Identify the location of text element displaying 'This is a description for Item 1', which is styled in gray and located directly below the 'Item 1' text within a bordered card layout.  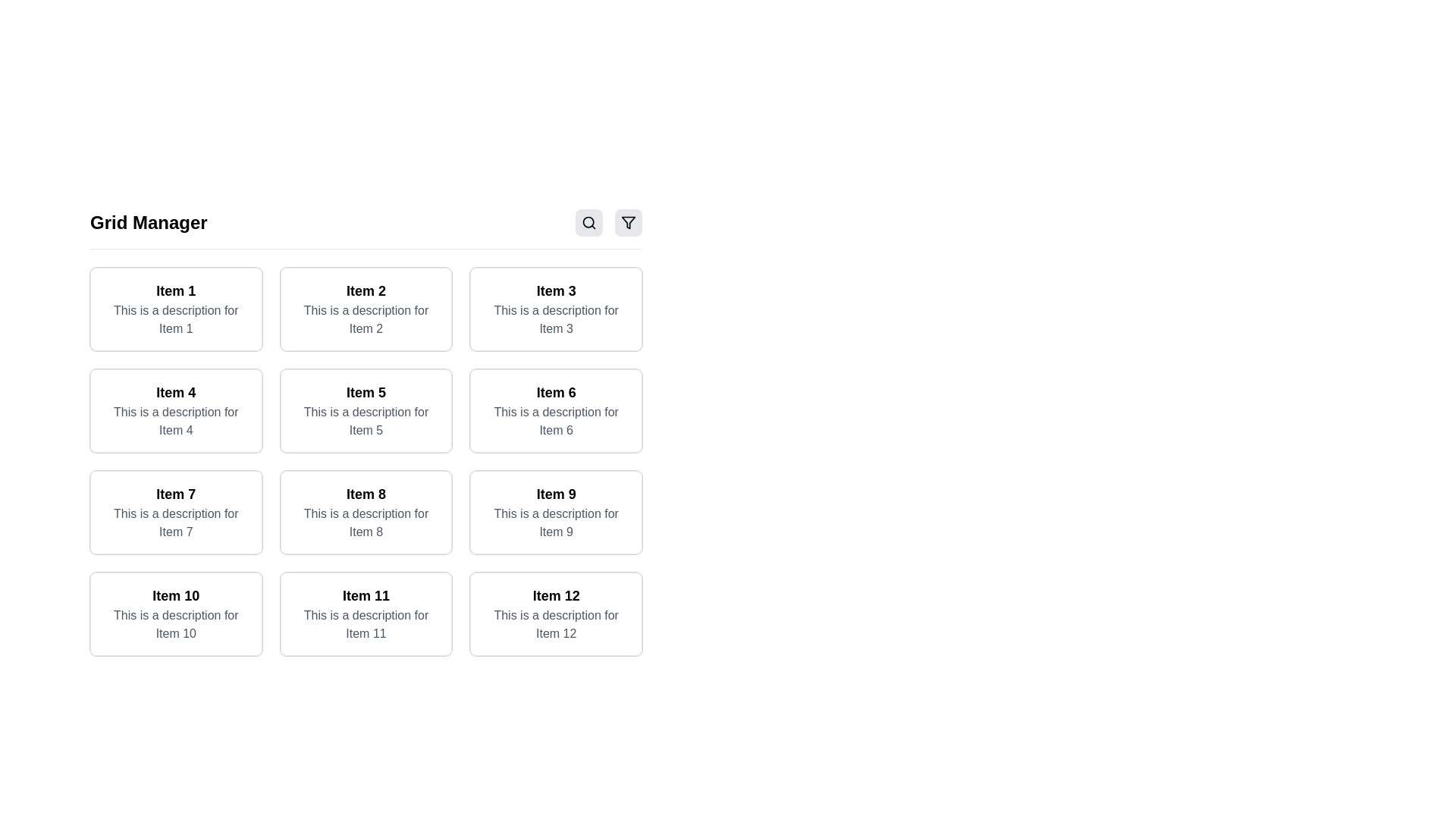
(176, 318).